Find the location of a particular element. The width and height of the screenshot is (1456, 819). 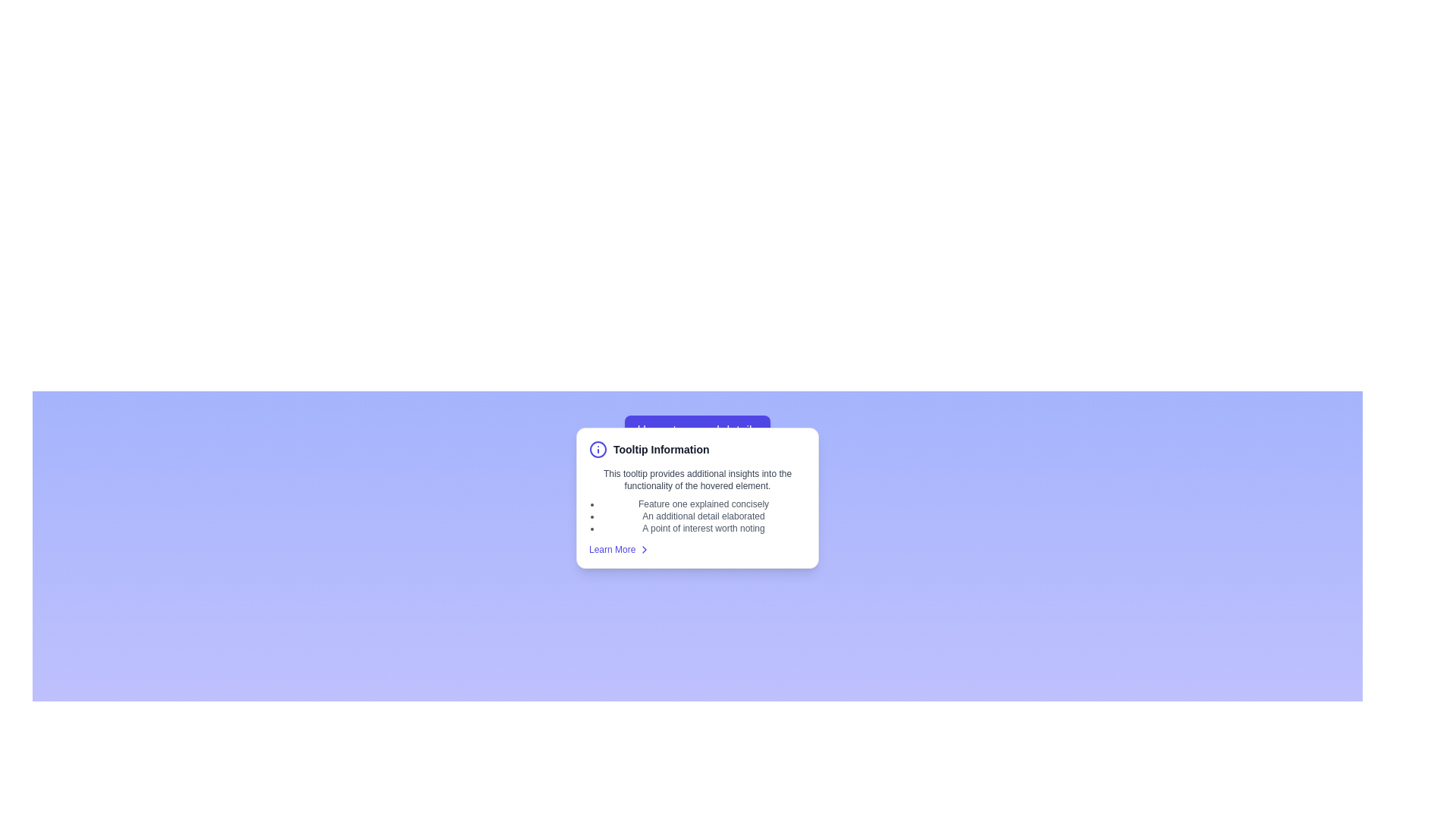

the static text that reads 'An additional detail elaborated' which is the second item in a bulleted list within a tooltip dialog box is located at coordinates (702, 516).